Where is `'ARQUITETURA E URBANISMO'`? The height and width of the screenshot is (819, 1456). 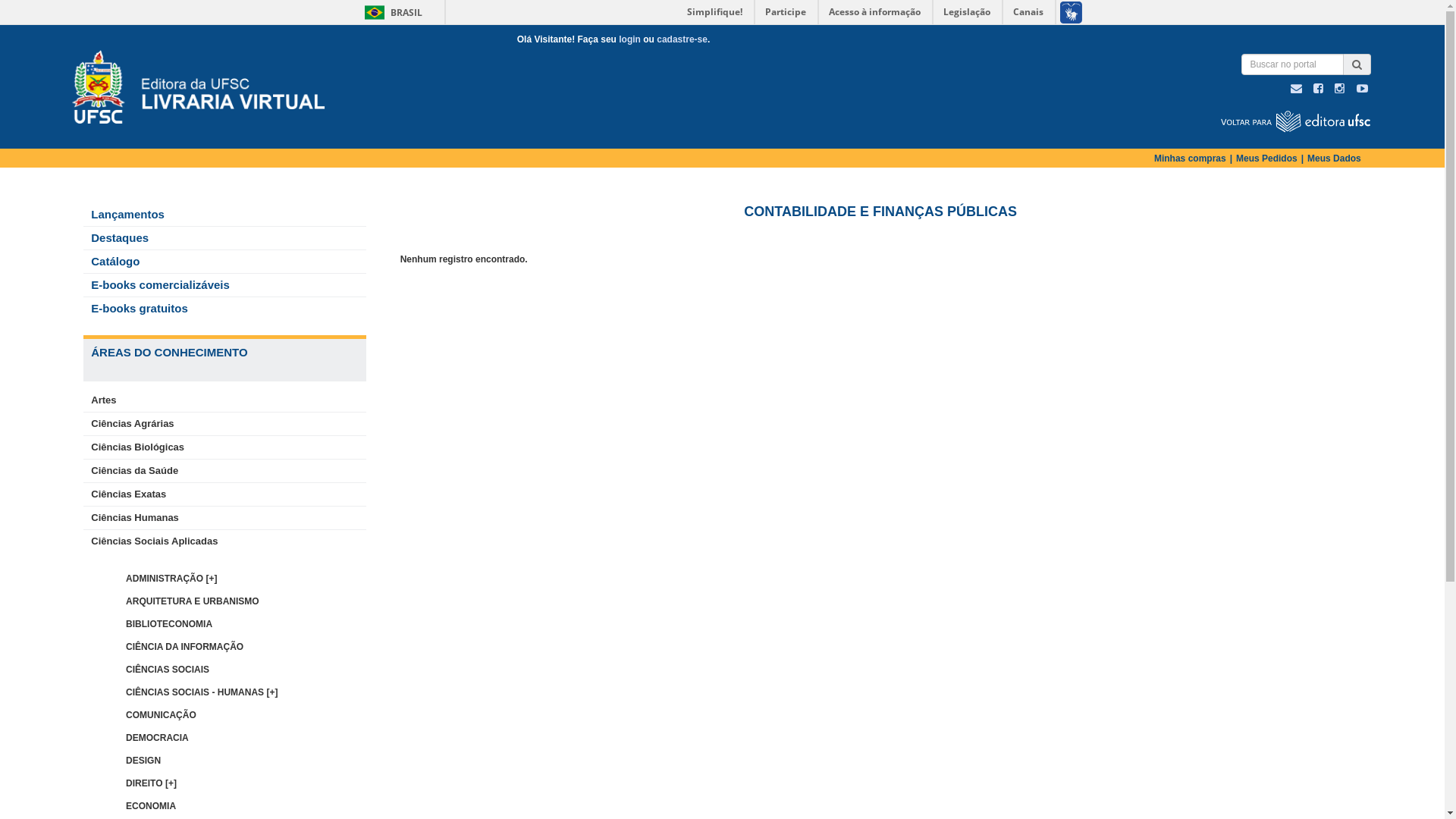 'ARQUITETURA E URBANISMO' is located at coordinates (192, 601).